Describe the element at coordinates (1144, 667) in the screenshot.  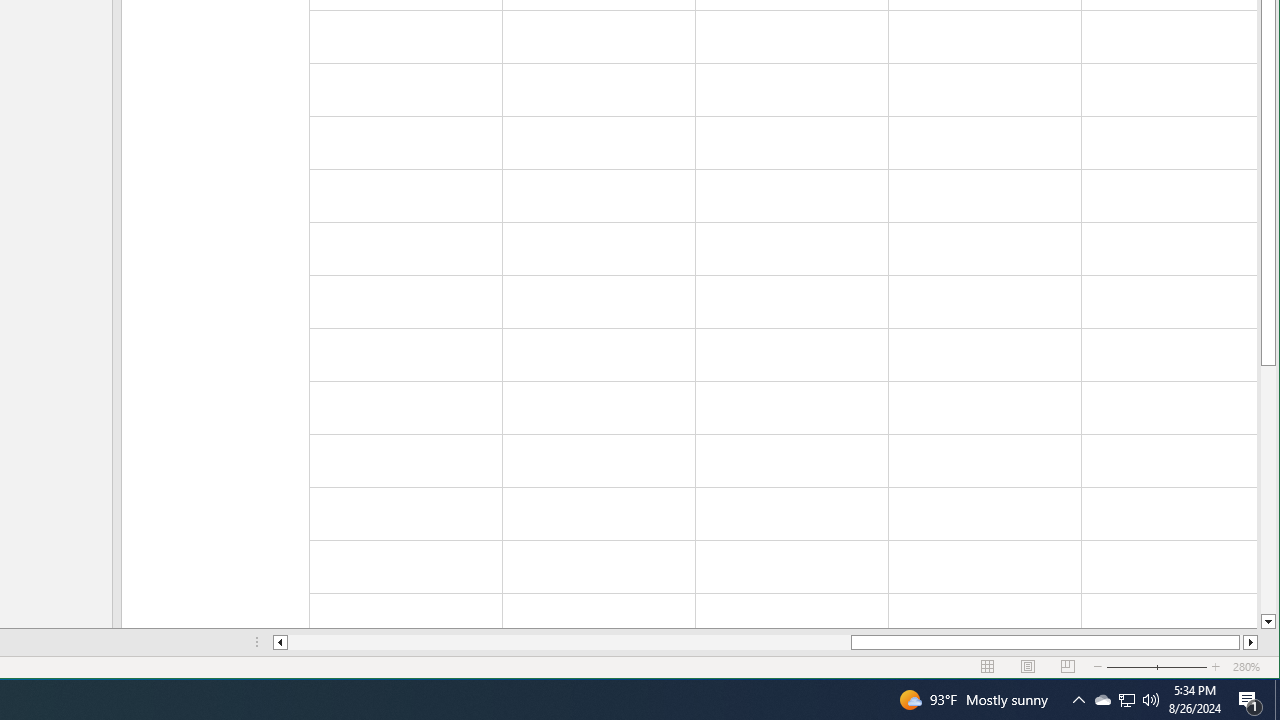
I see `'Zoom Out'` at that location.